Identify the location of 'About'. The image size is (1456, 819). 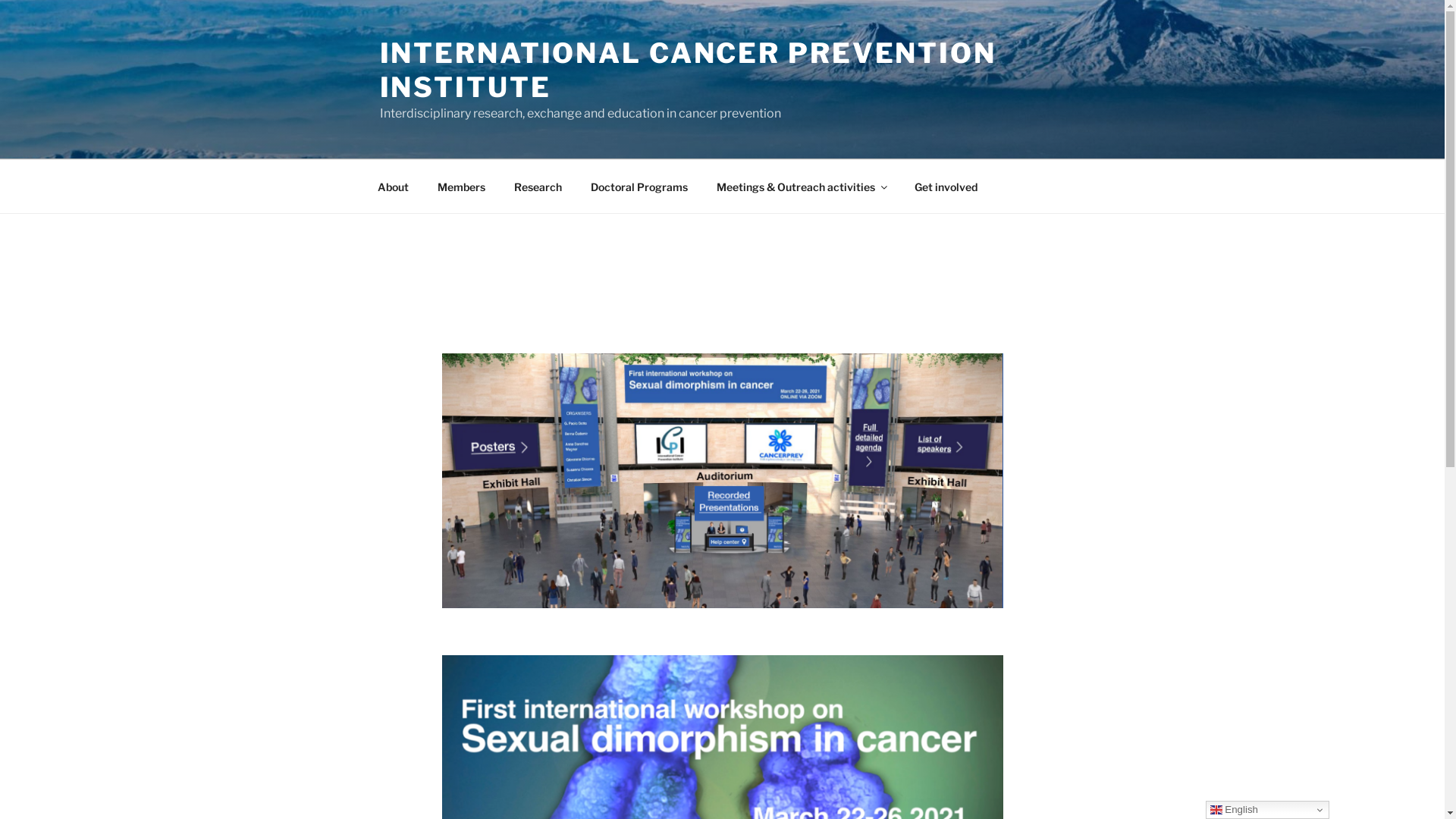
(393, 186).